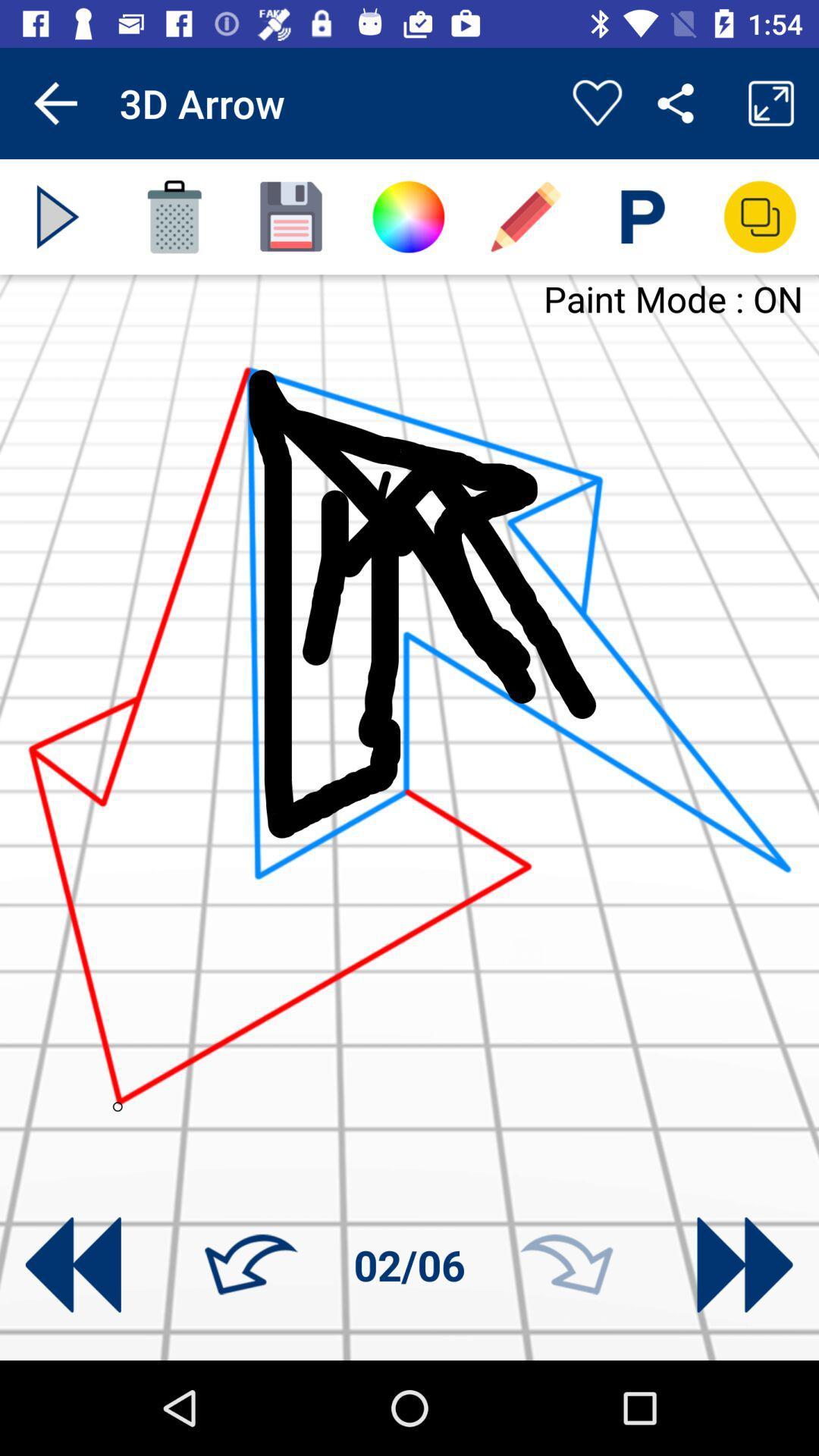 The image size is (819, 1456). I want to click on item, so click(57, 216).